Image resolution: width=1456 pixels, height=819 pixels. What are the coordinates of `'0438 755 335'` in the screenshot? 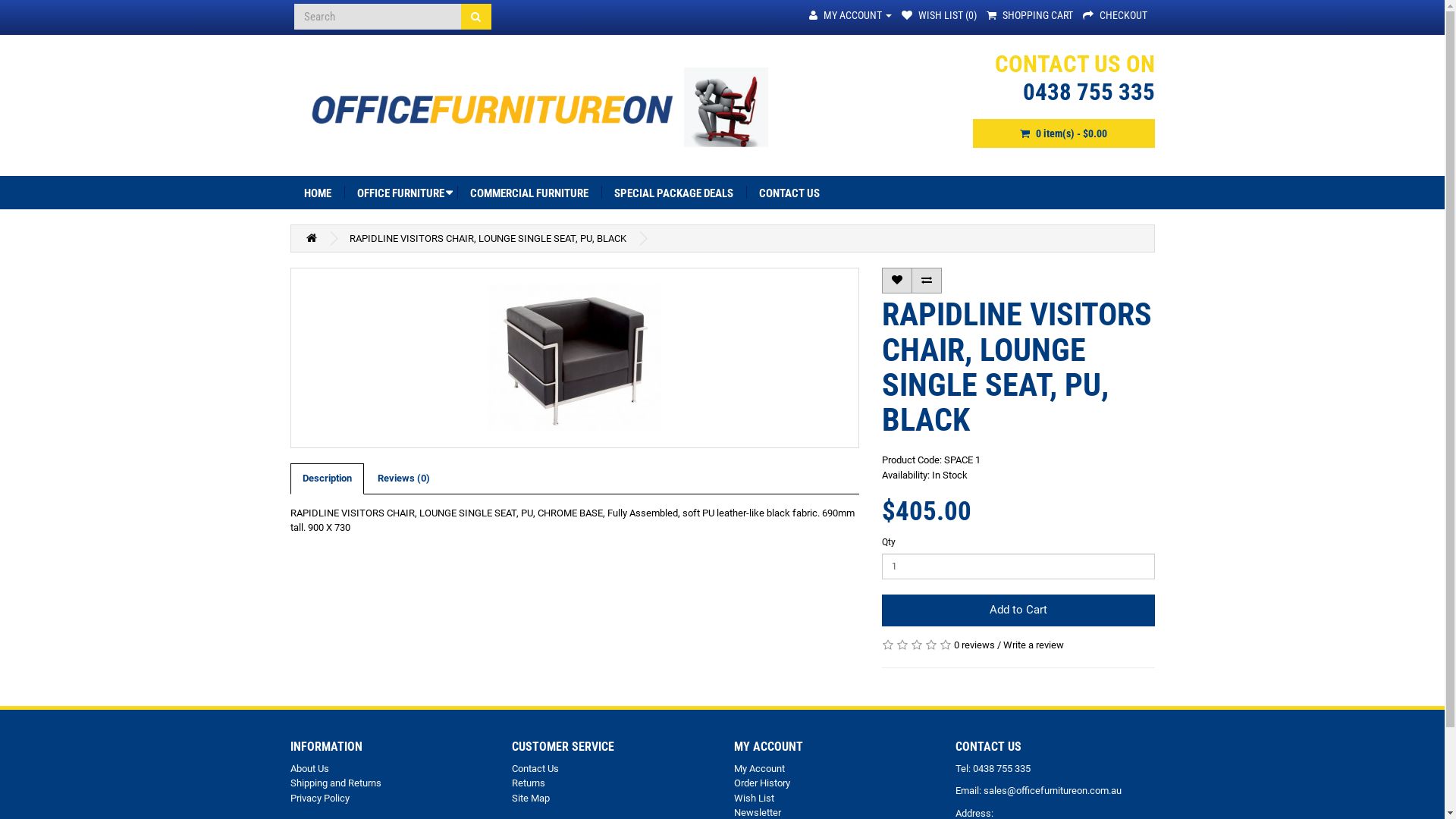 It's located at (1087, 92).